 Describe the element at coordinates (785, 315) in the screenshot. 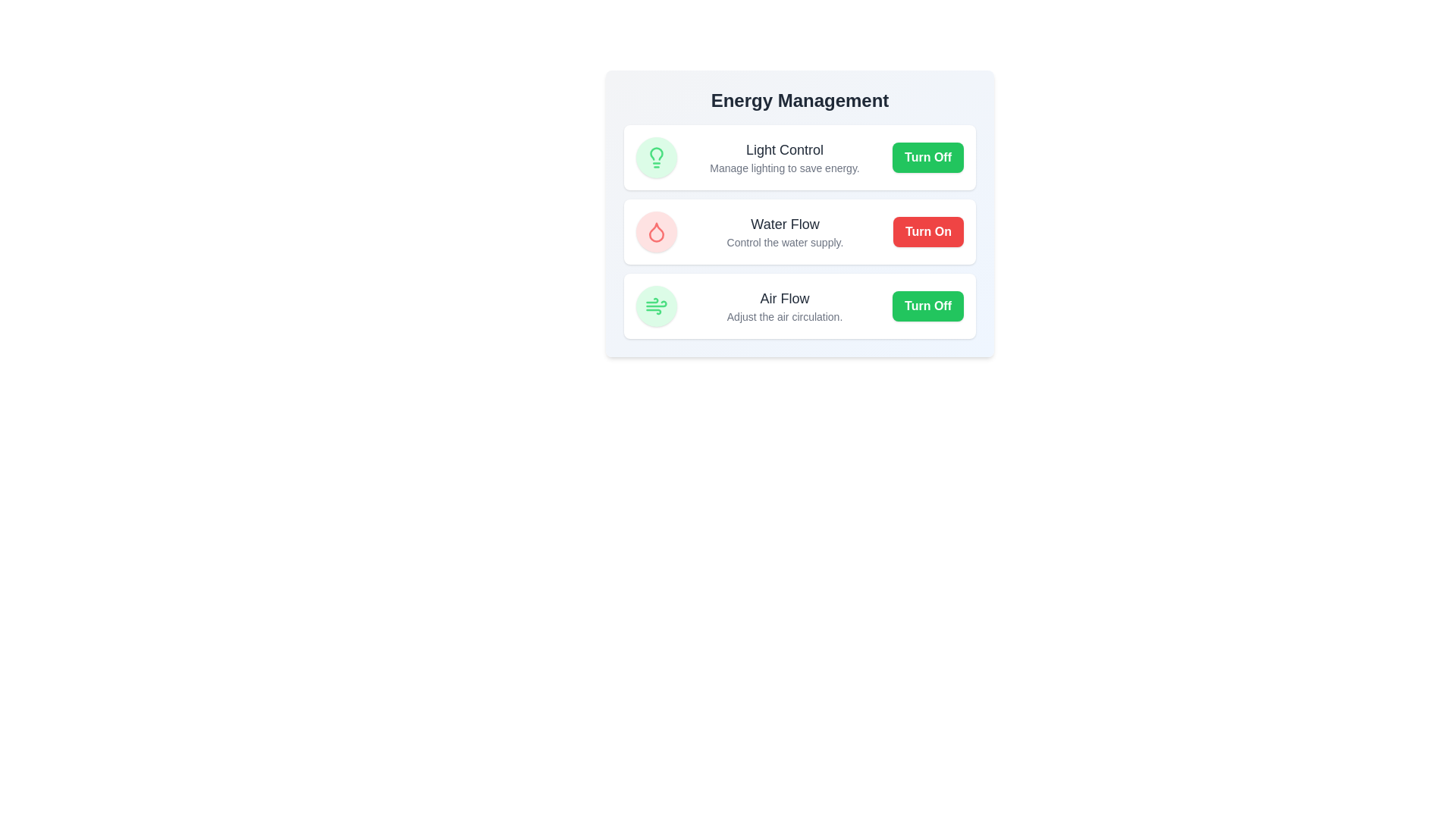

I see `the static text element that provides a brief description for the 'Air Flow' section, located directly beneath the 'Air Flow' title` at that location.